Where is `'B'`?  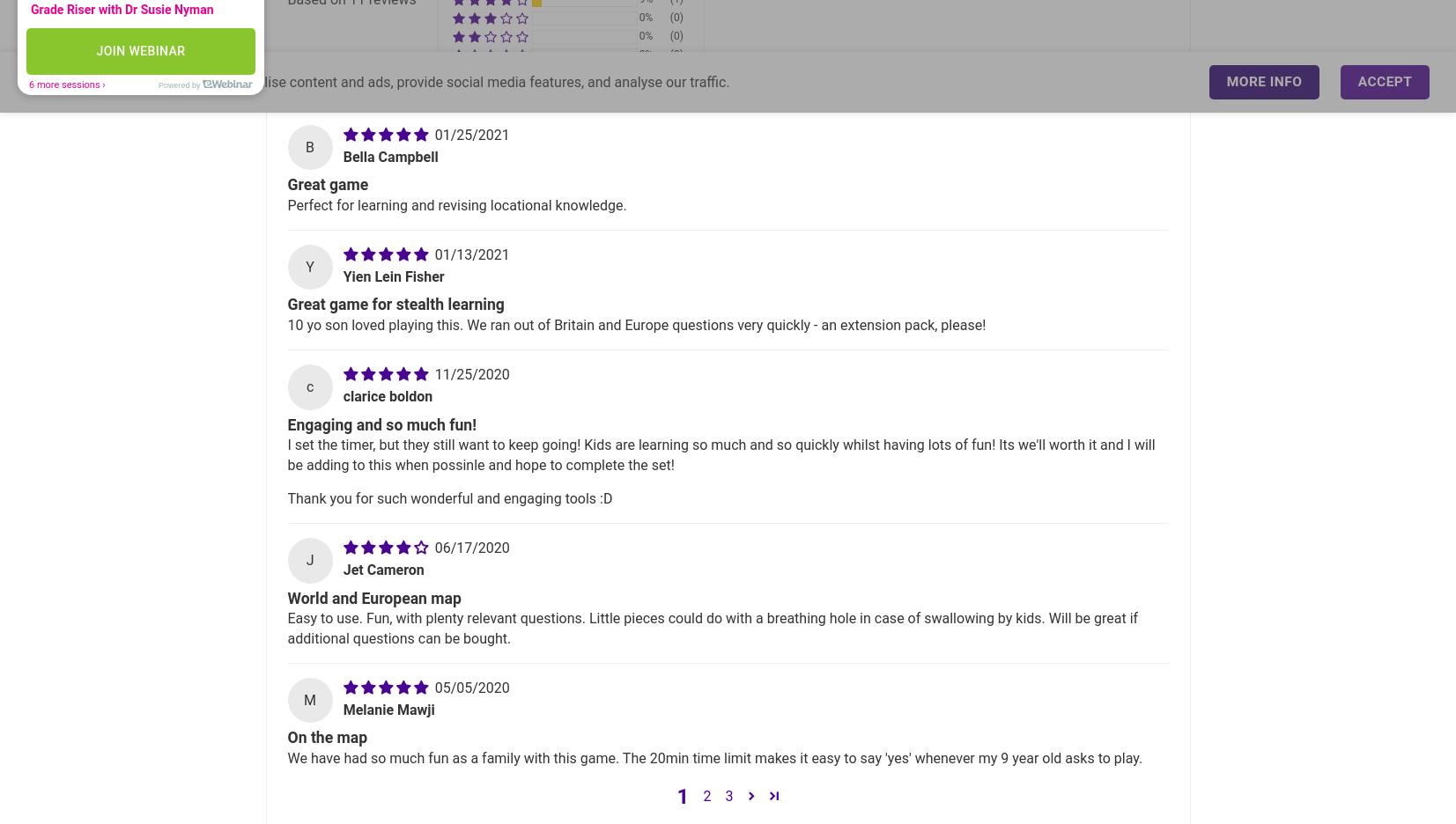 'B' is located at coordinates (308, 146).